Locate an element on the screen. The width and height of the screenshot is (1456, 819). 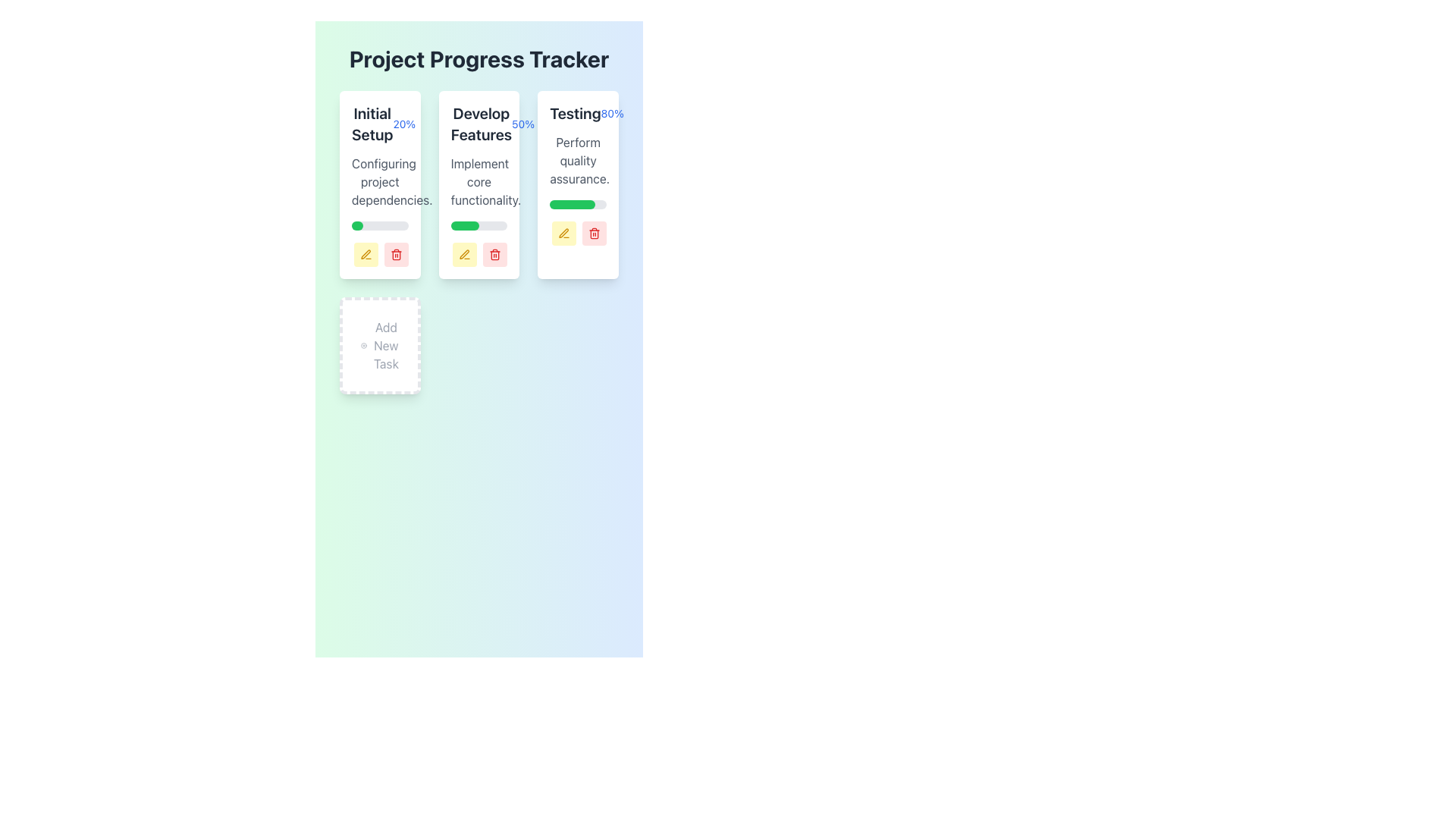
the Progress Bar that visually represents the completion of a task, indicating '80%' completion, located at the bottom of the 'Testing 80%' card is located at coordinates (577, 205).